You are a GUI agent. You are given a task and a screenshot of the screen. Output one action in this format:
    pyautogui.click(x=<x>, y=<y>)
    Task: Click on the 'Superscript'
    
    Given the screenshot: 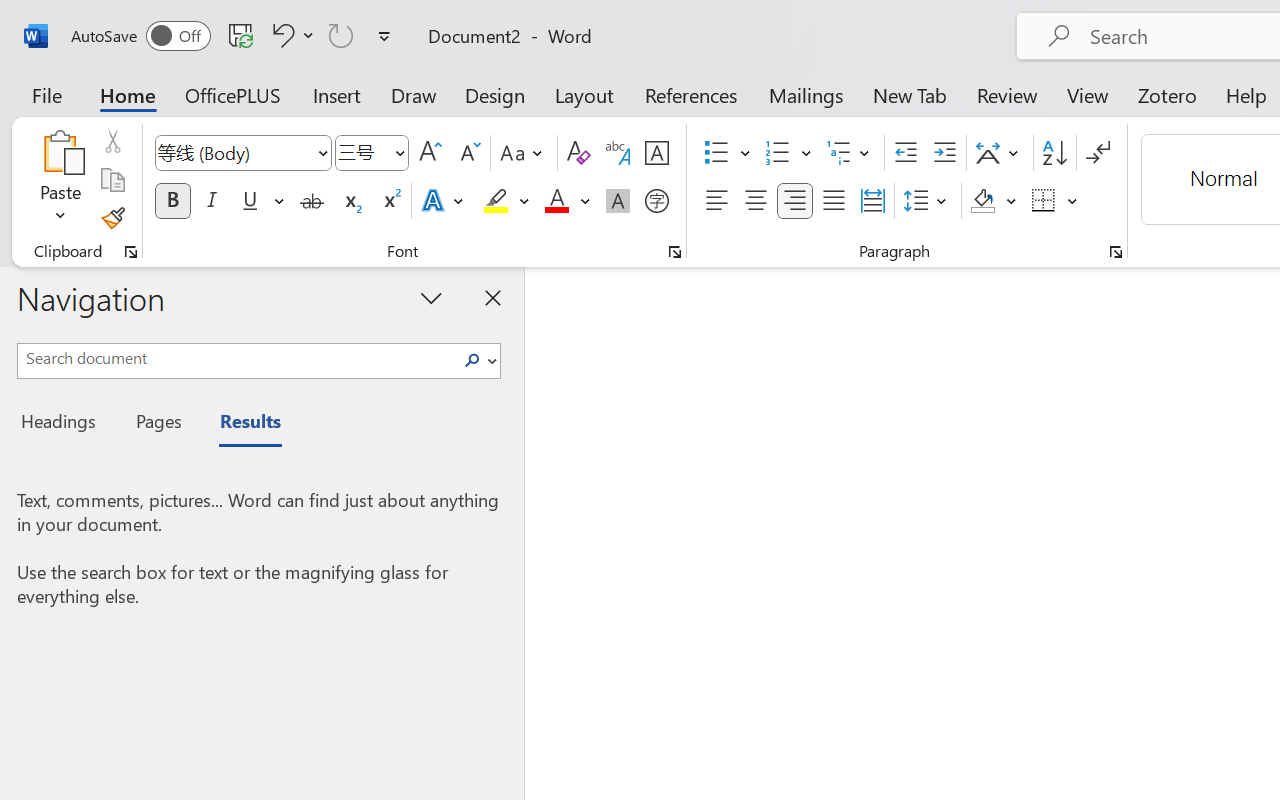 What is the action you would take?
    pyautogui.click(x=390, y=201)
    